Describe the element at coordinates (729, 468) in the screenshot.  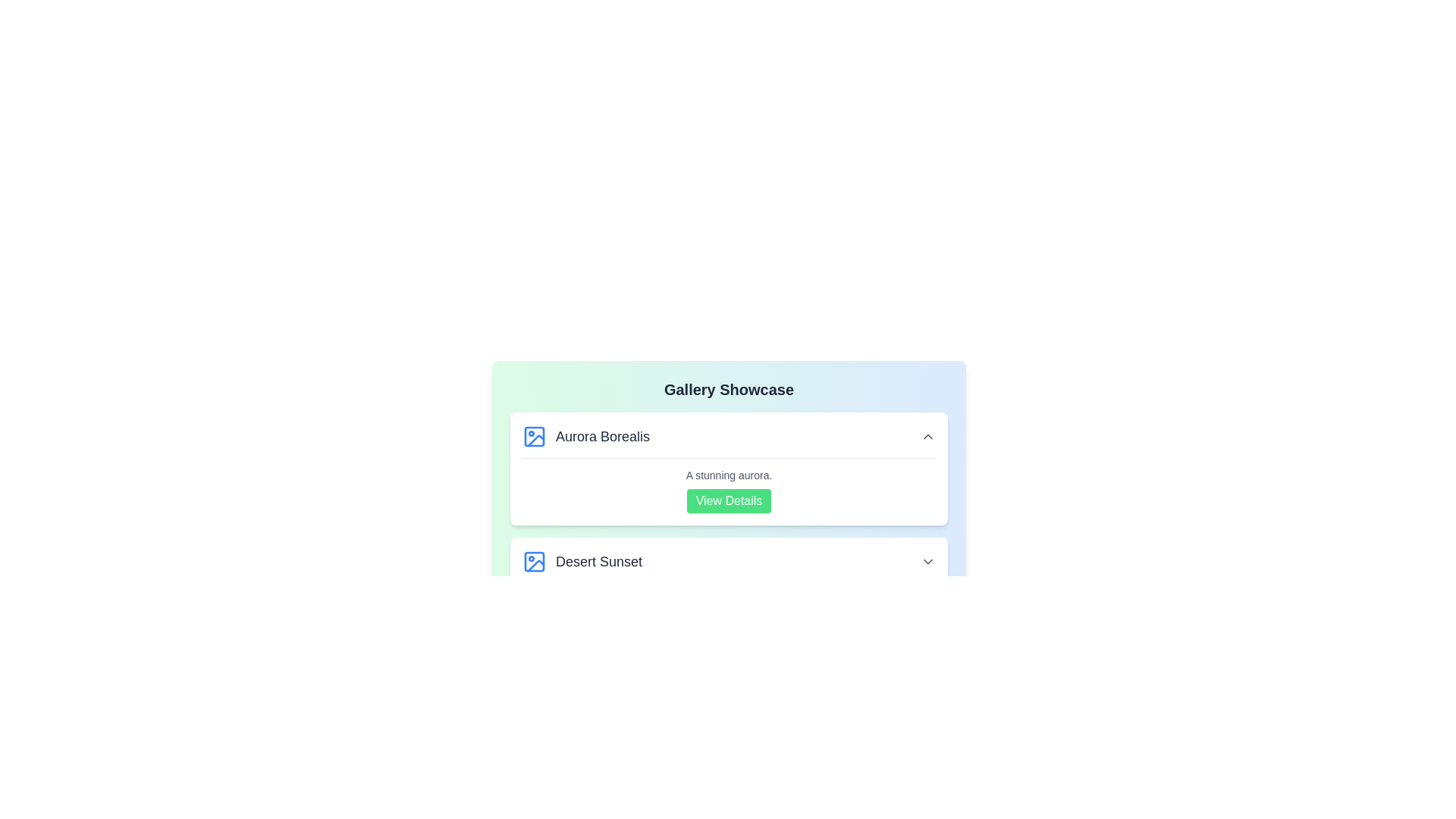
I see `the gallery item Aurora Borealis to observe its hover effect` at that location.